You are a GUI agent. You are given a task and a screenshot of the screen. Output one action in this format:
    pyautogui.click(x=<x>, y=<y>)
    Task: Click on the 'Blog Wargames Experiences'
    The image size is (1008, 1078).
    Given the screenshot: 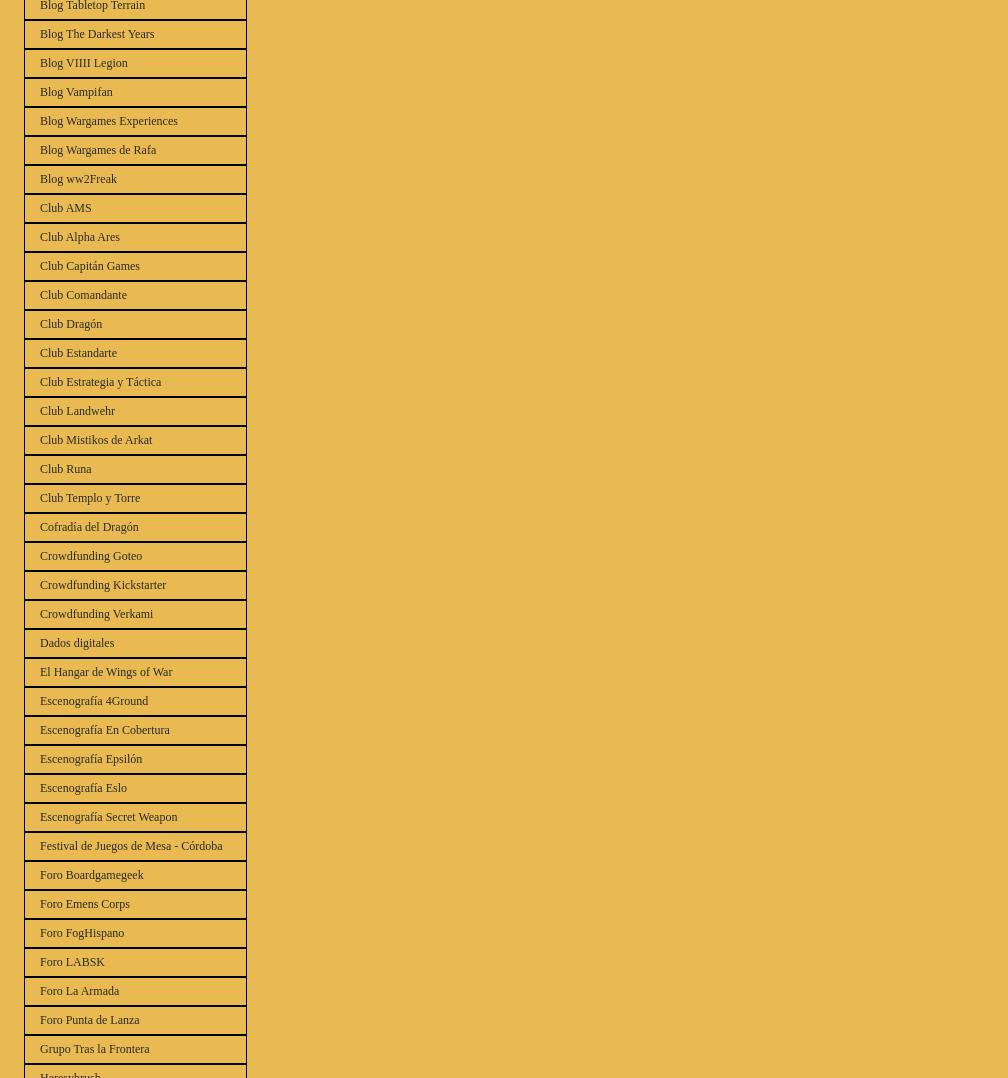 What is the action you would take?
    pyautogui.click(x=108, y=120)
    